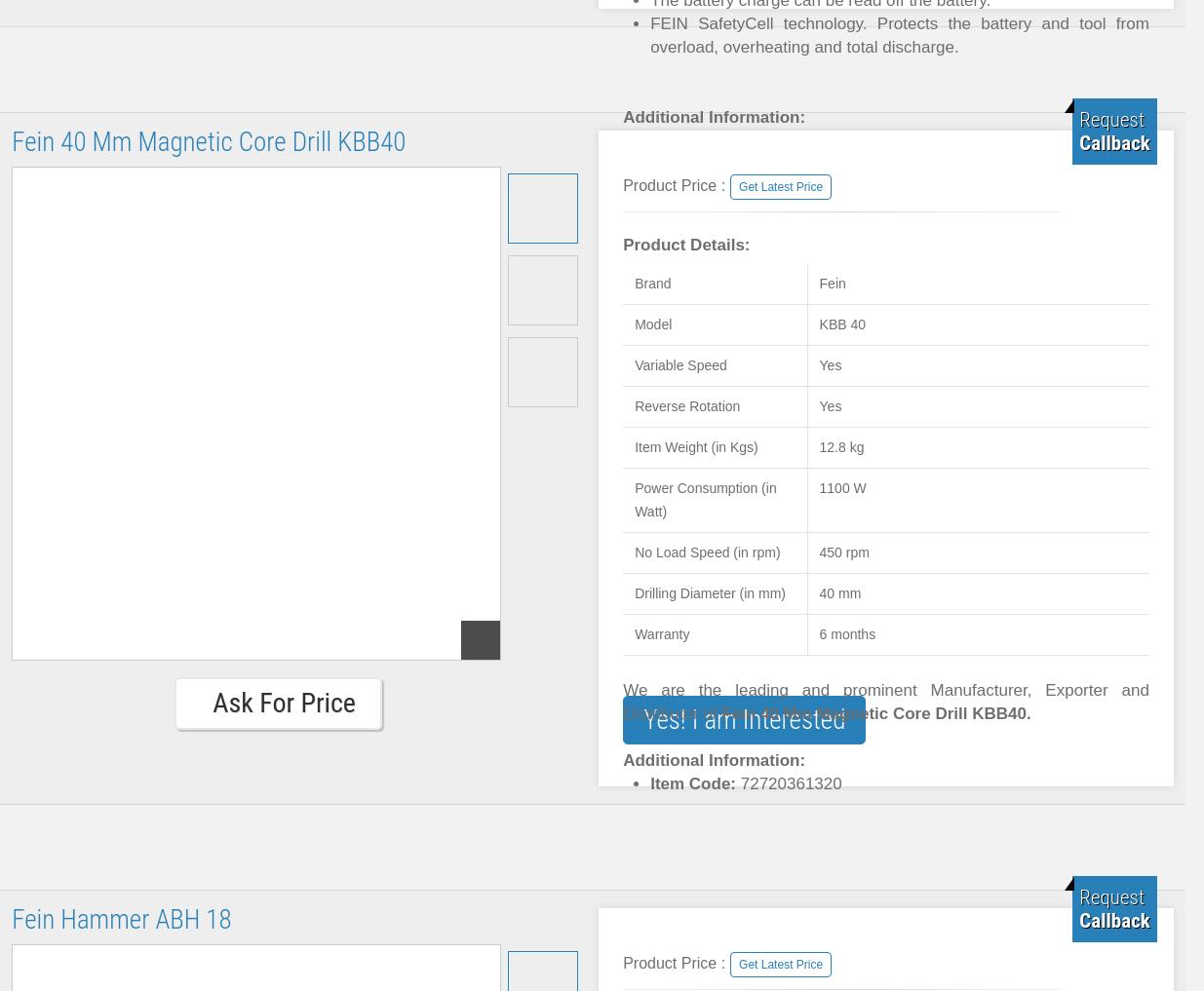 This screenshot has height=991, width=1204. I want to click on 'Power Consumption (in Watt)', so click(705, 499).